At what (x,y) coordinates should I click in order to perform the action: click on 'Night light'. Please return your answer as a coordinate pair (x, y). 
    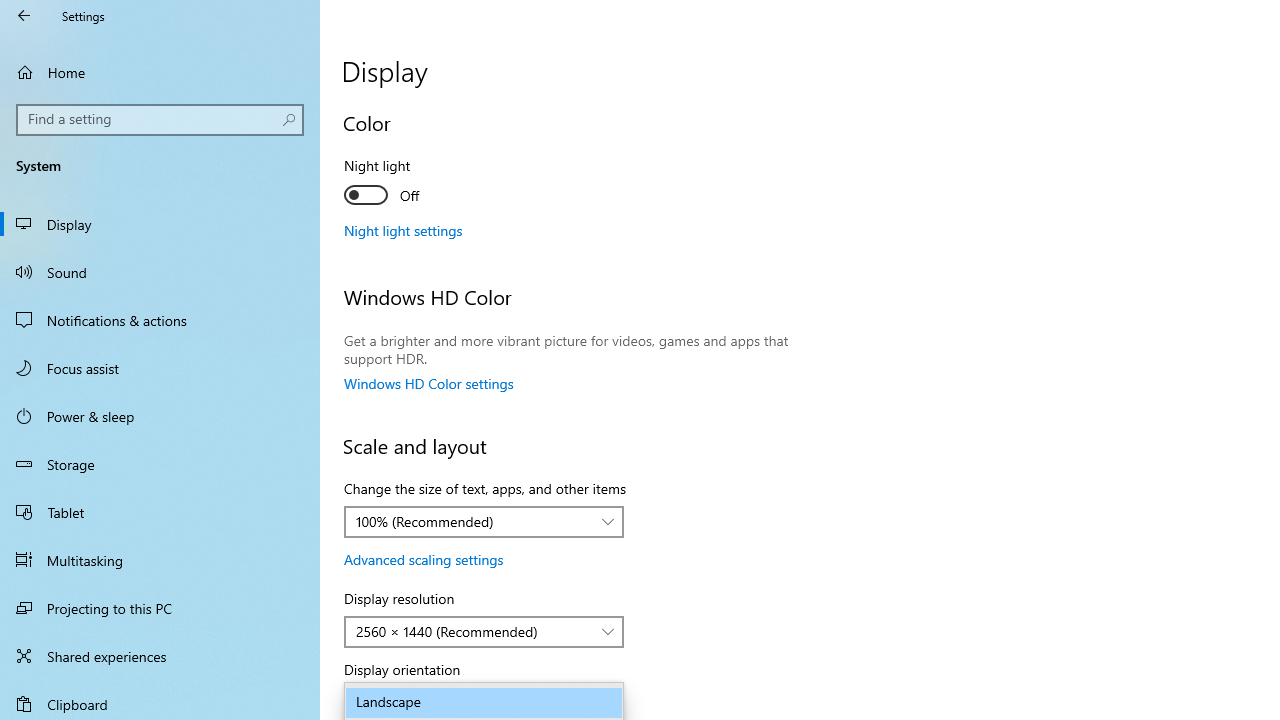
    Looking at the image, I should click on (416, 183).